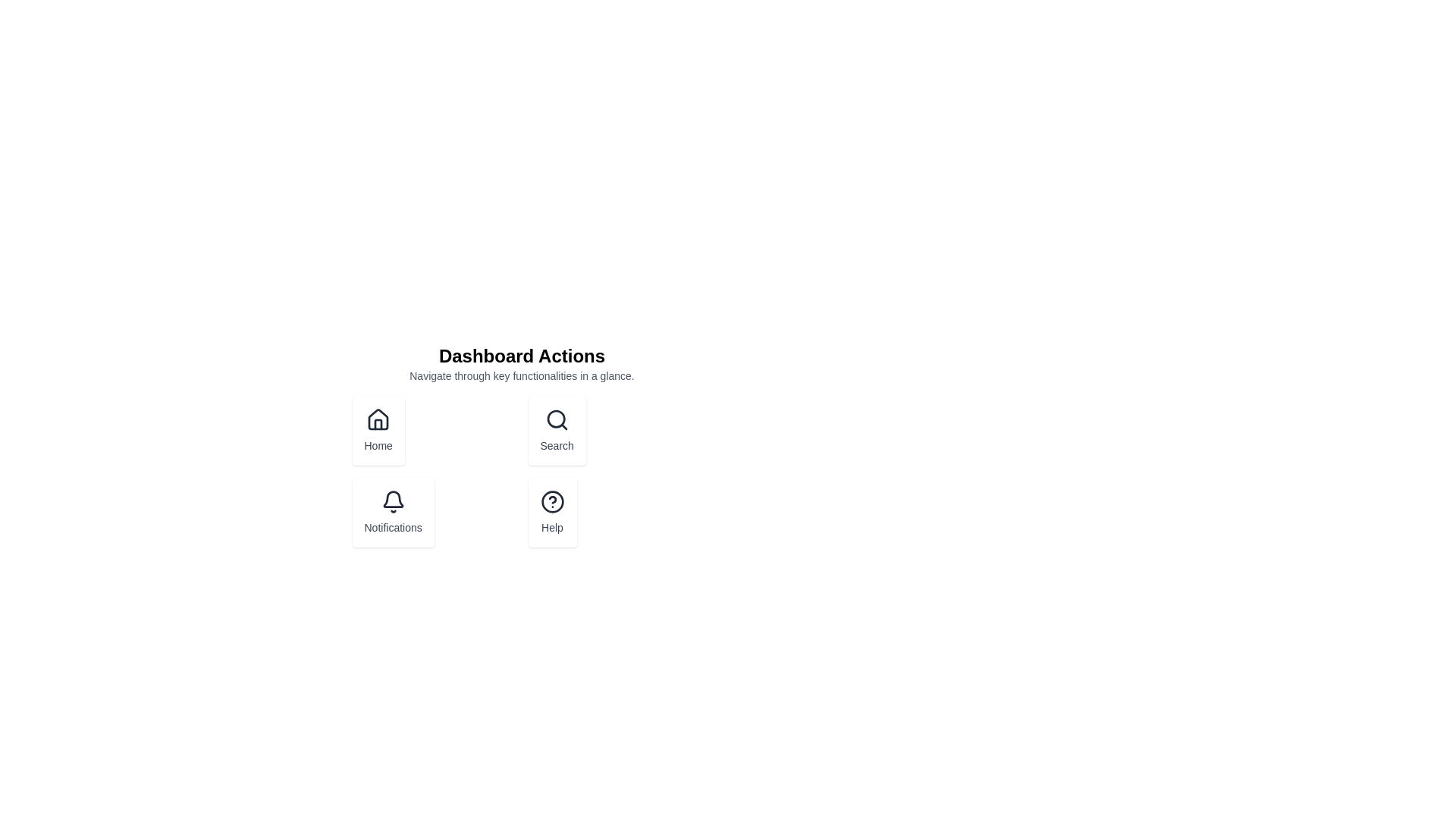  What do you see at coordinates (556, 444) in the screenshot?
I see `the 'Search' descriptive label located at the bottom of the card in the top-center section of the interface` at bounding box center [556, 444].